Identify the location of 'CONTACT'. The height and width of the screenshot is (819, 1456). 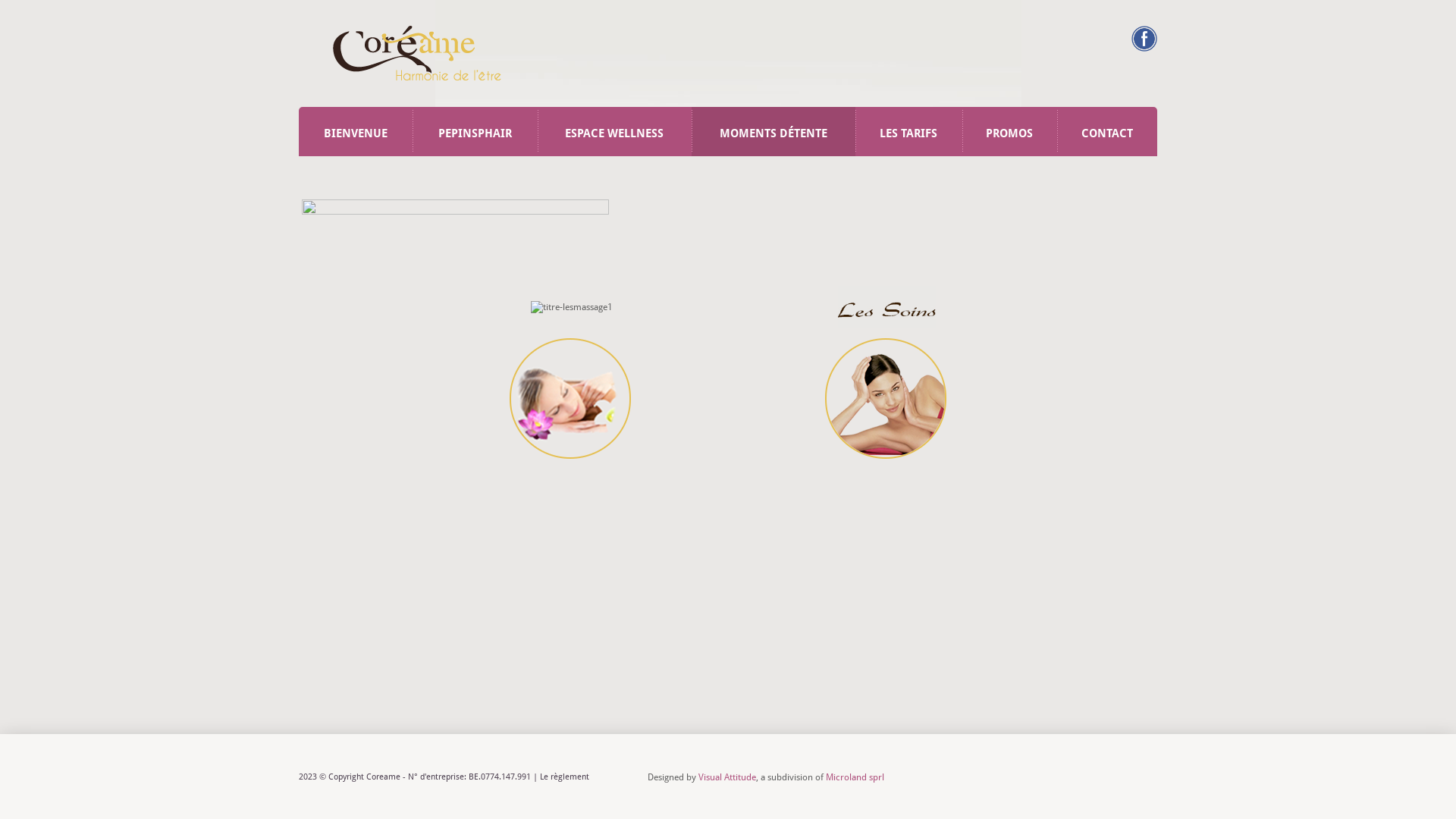
(1106, 130).